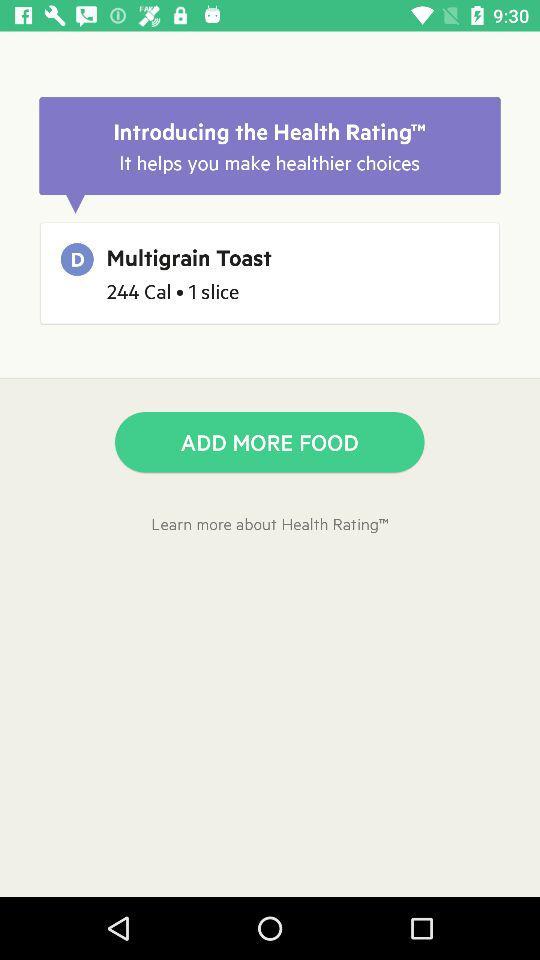 This screenshot has height=960, width=540. I want to click on the learn more about, so click(270, 522).